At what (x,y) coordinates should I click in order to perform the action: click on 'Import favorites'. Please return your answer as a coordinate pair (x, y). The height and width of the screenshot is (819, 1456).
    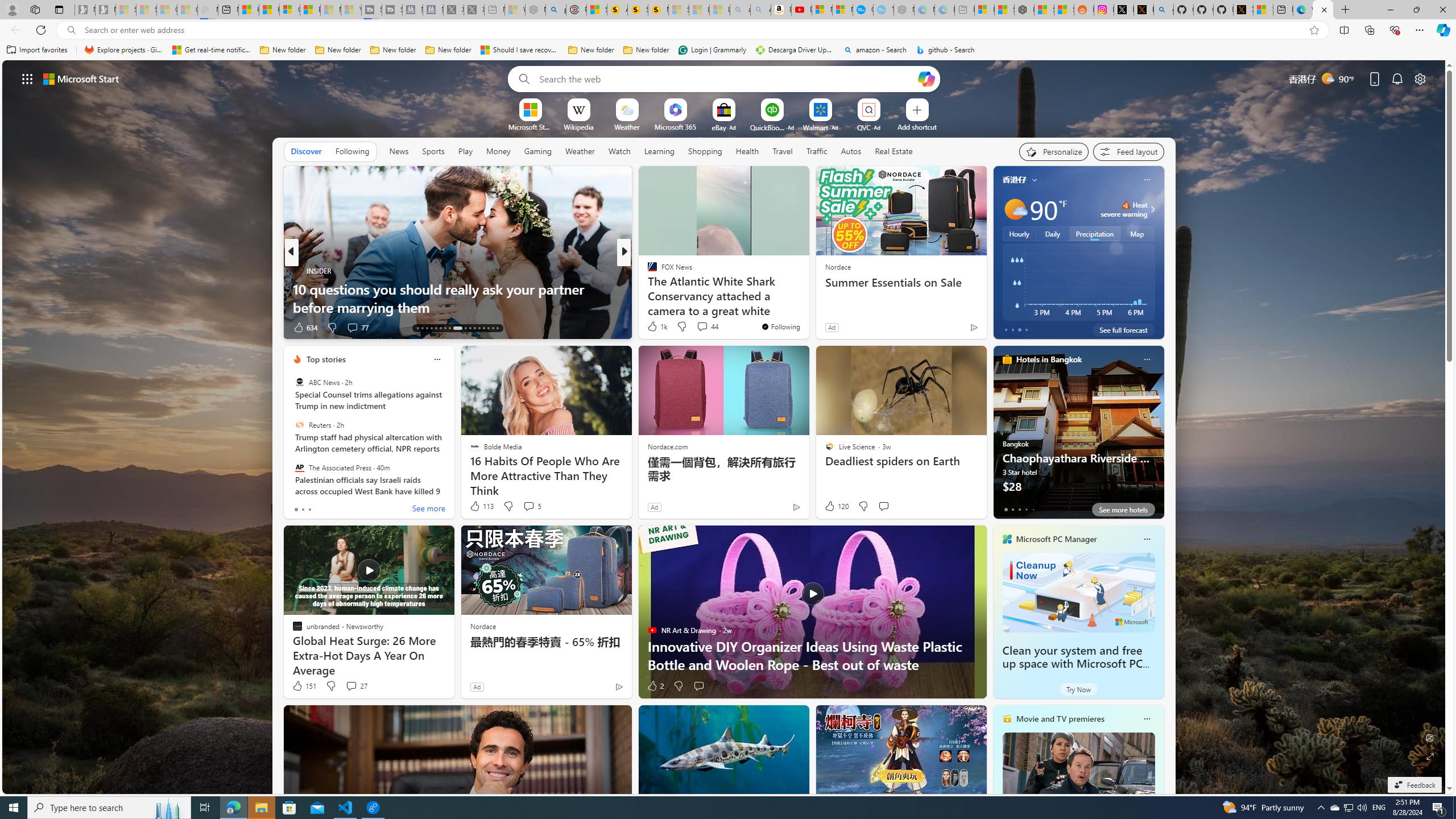
    Looking at the image, I should click on (37, 49).